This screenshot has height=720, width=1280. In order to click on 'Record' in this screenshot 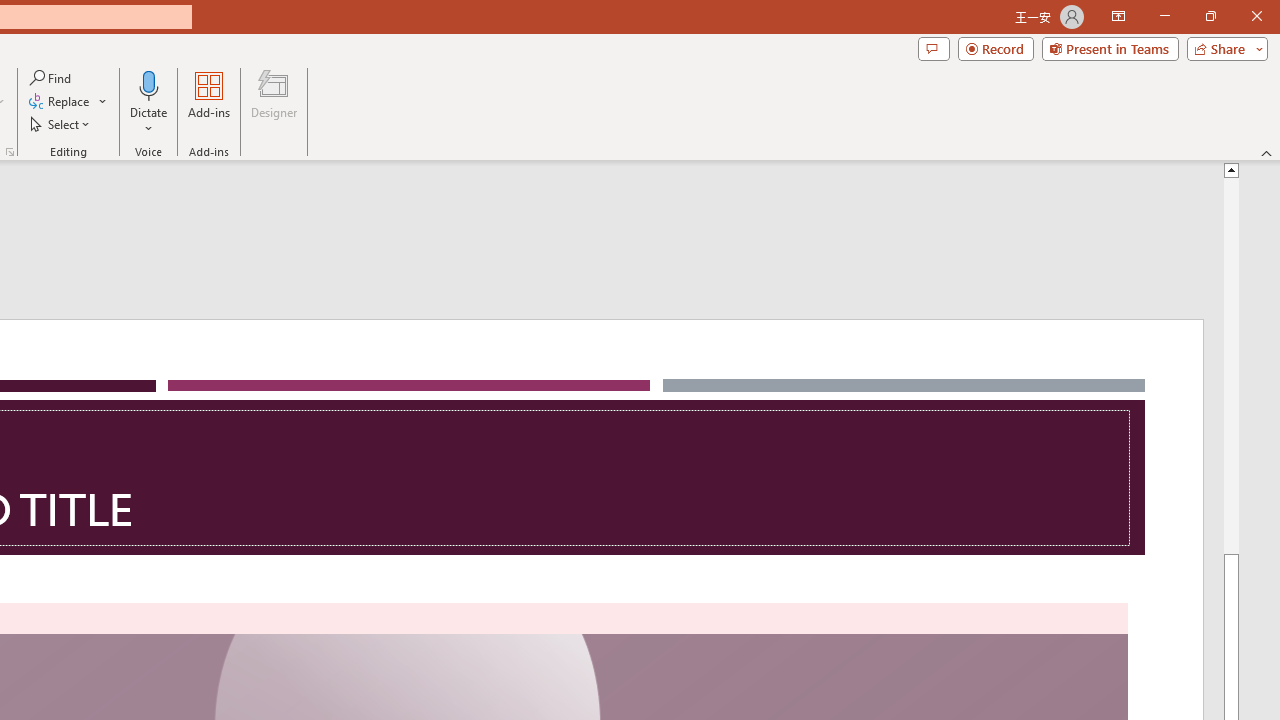, I will do `click(995, 47)`.